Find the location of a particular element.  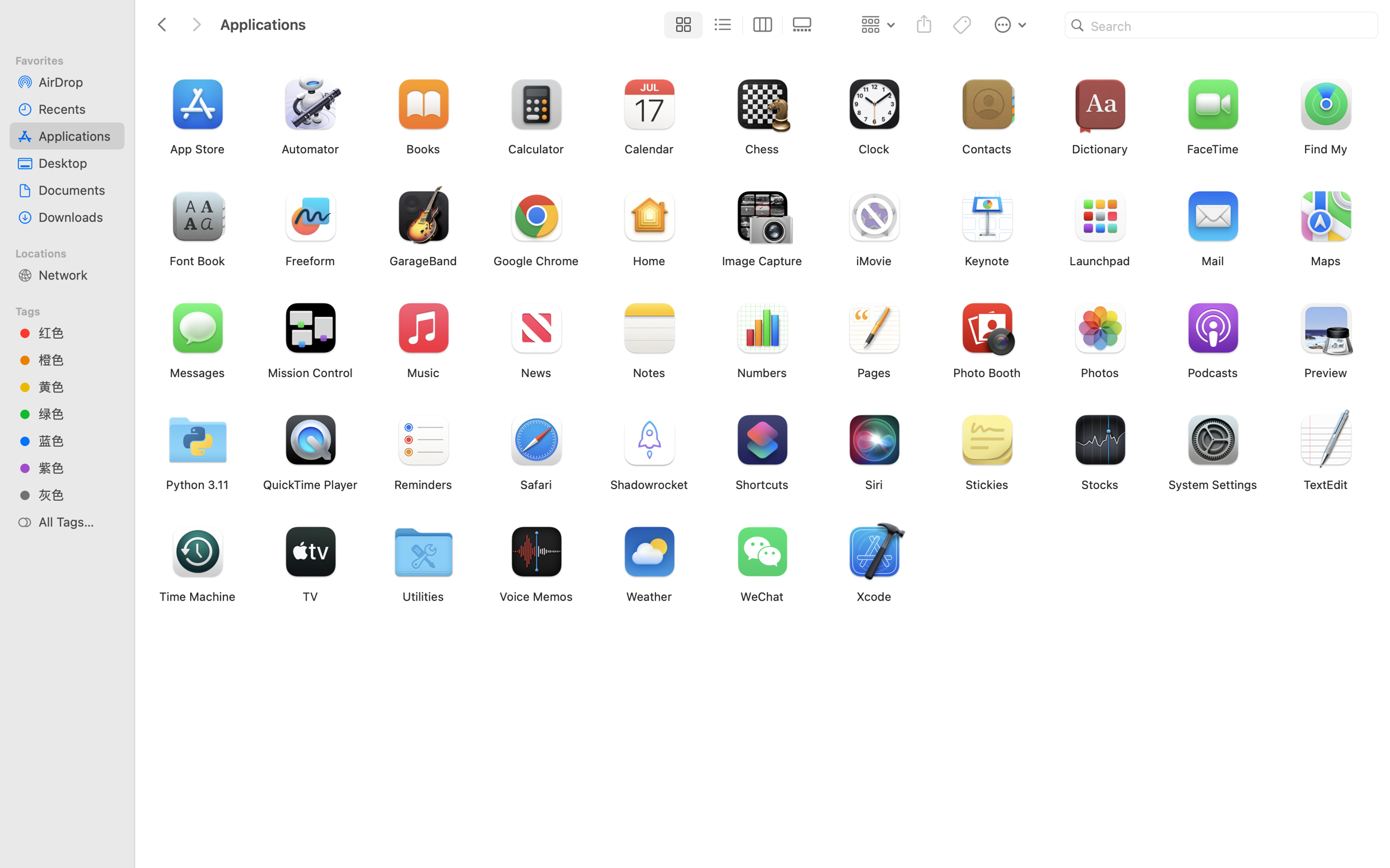

'Recents' is located at coordinates (77, 109).